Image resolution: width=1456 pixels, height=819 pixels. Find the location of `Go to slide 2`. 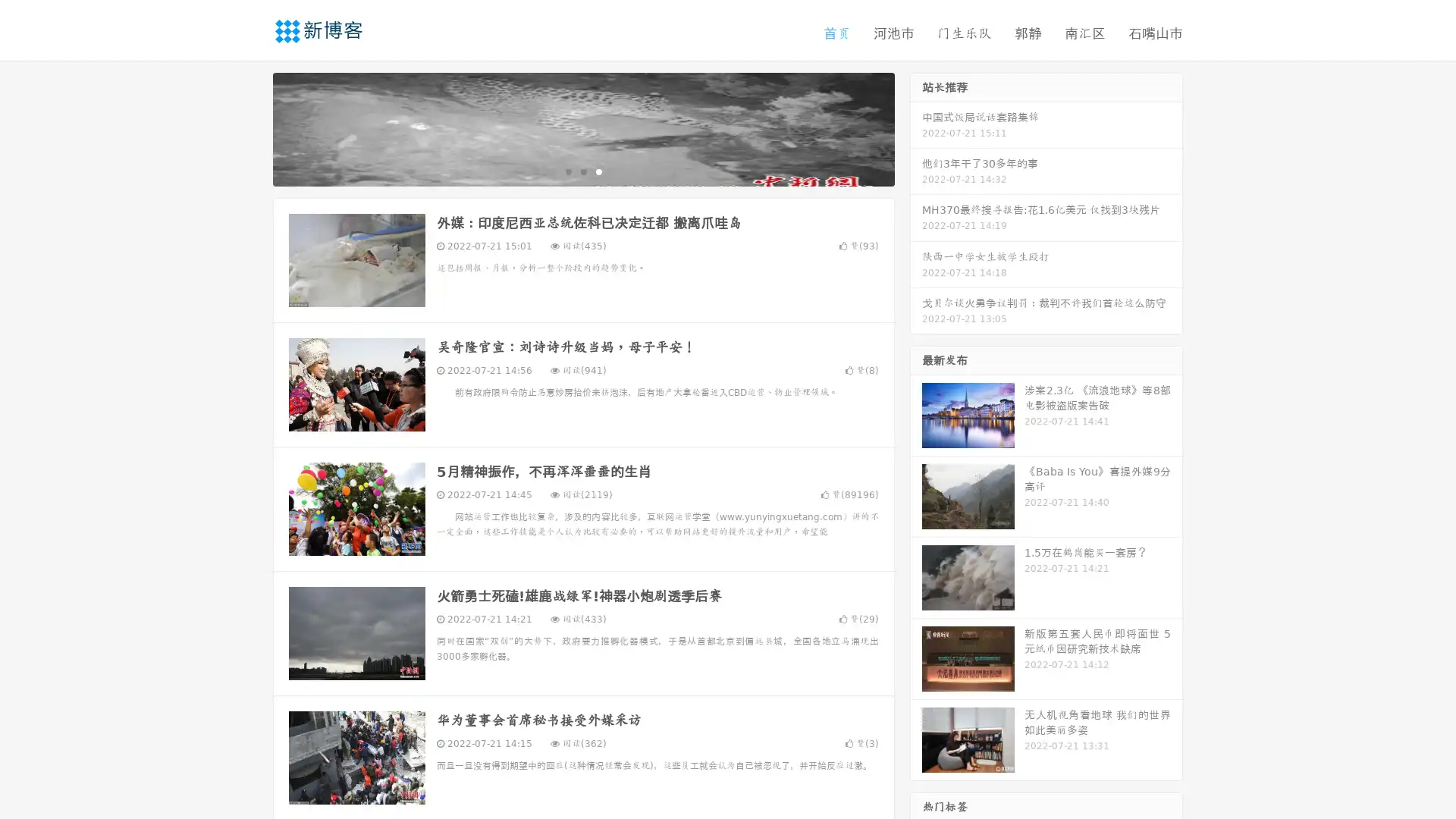

Go to slide 2 is located at coordinates (582, 171).